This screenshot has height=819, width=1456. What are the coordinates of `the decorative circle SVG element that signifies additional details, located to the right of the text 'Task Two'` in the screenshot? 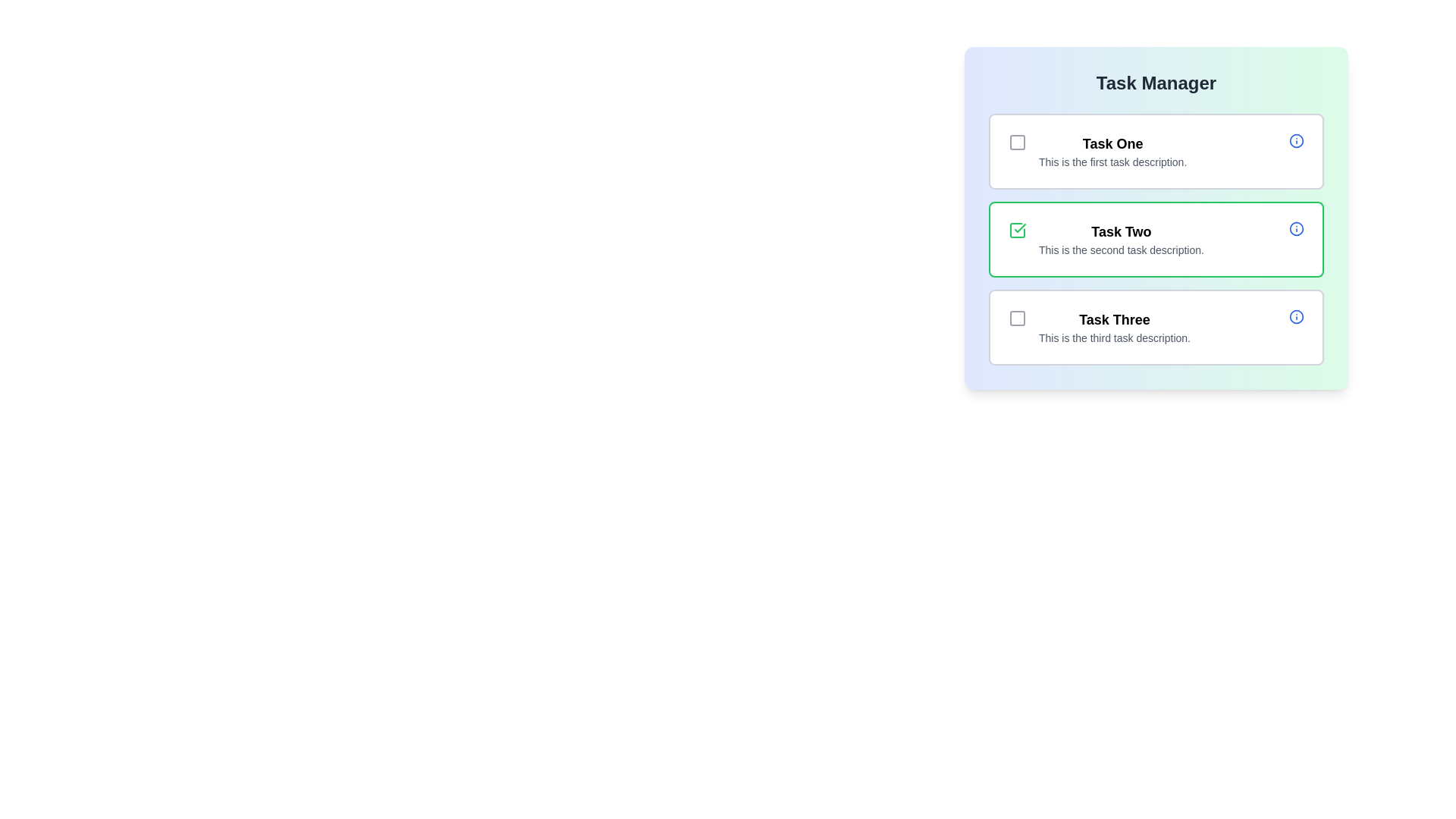 It's located at (1295, 140).